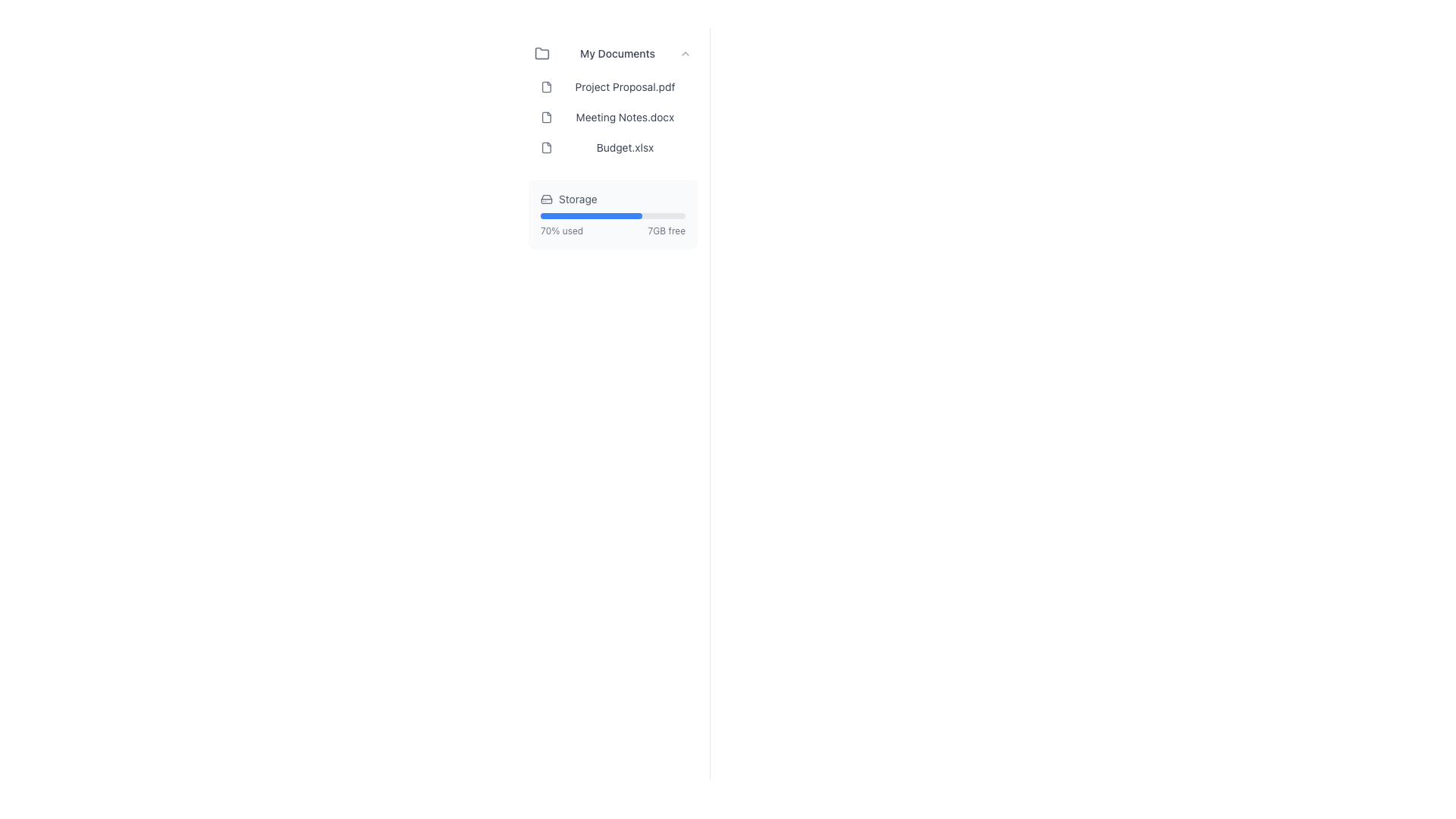 This screenshot has width=1456, height=819. What do you see at coordinates (616, 87) in the screenshot?
I see `on the file list item labeled 'Project Proposal.pdf'` at bounding box center [616, 87].